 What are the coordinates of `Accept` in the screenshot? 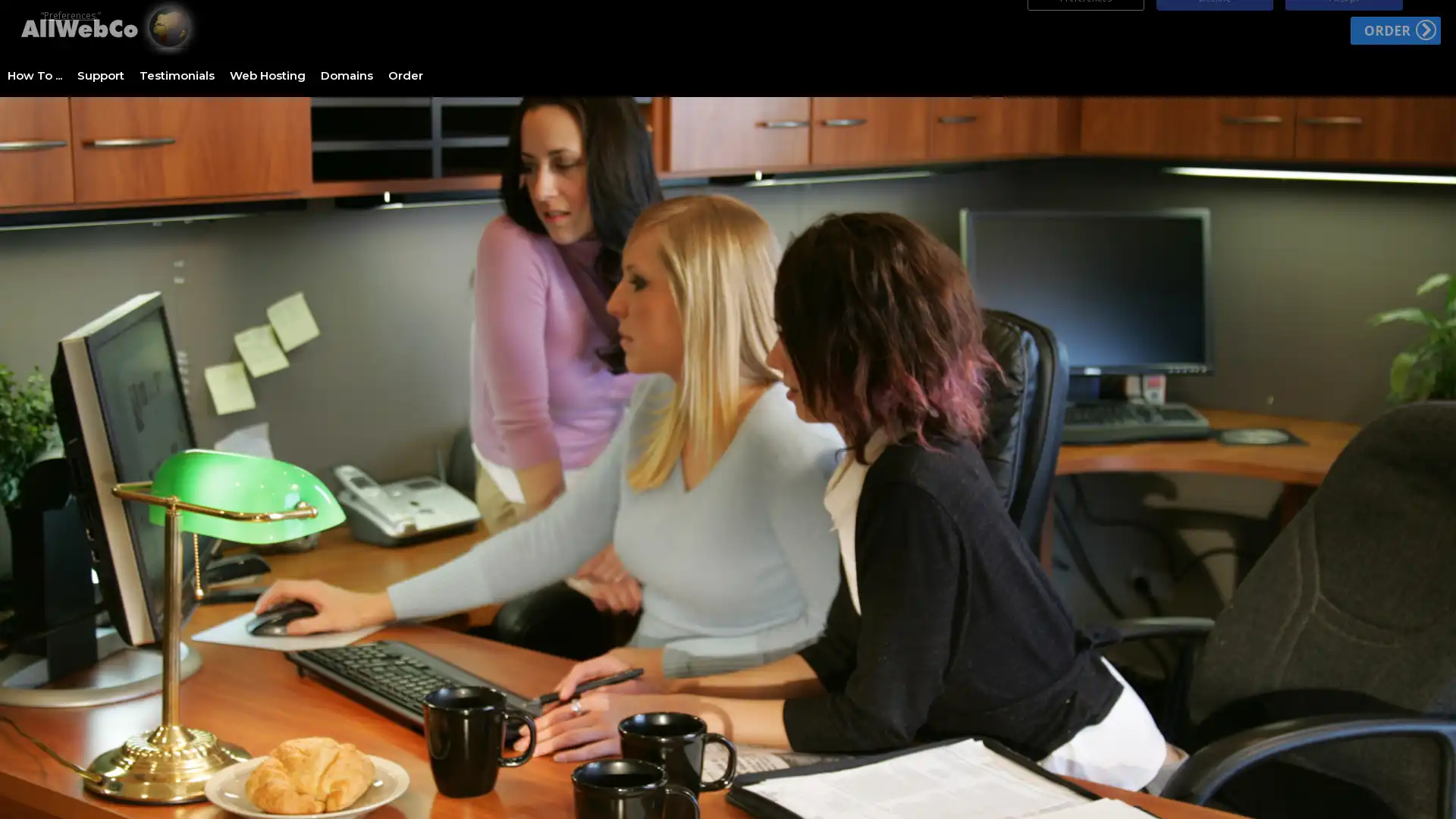 It's located at (1343, 52).